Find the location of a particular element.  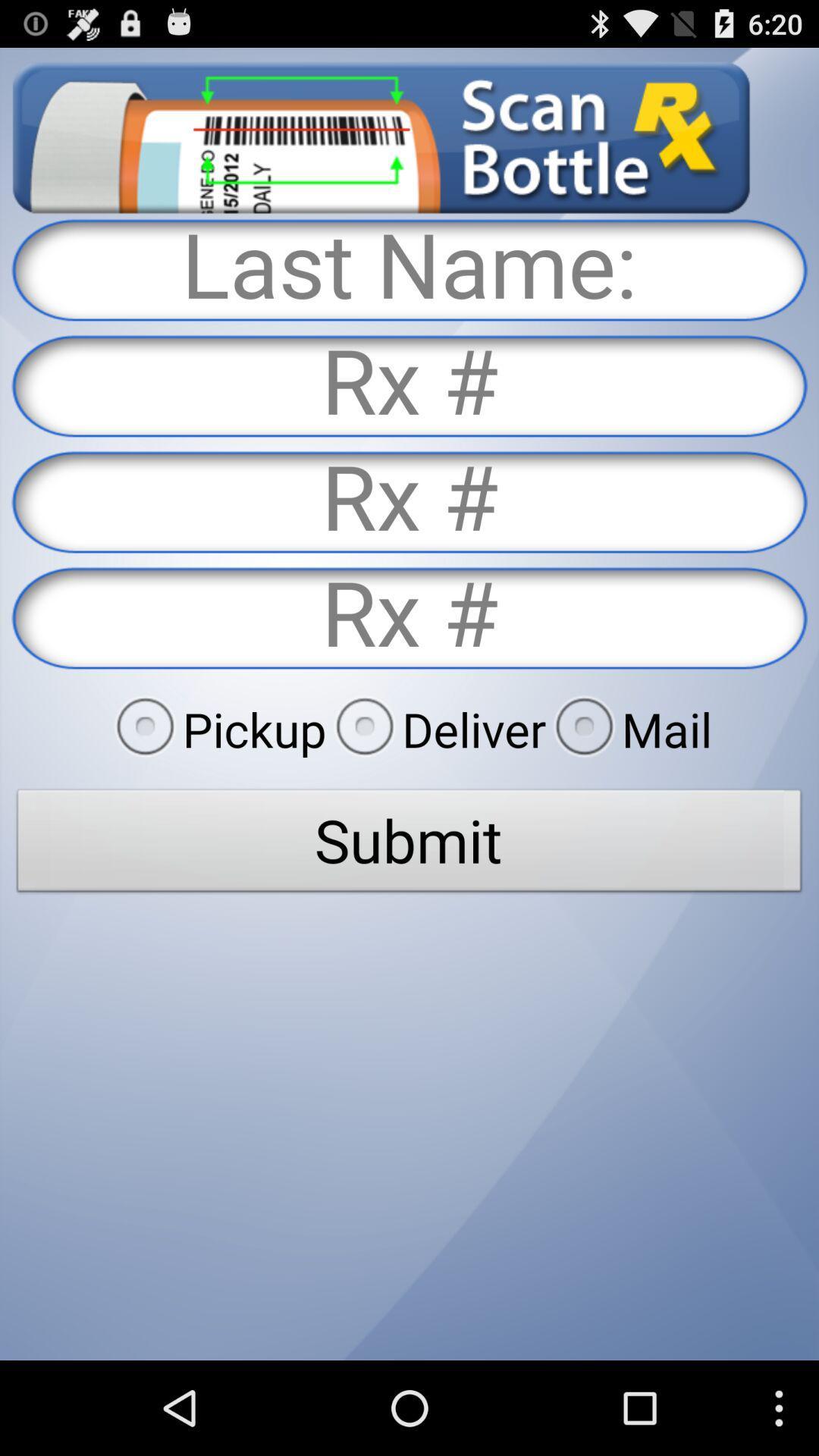

mail on the right is located at coordinates (629, 729).